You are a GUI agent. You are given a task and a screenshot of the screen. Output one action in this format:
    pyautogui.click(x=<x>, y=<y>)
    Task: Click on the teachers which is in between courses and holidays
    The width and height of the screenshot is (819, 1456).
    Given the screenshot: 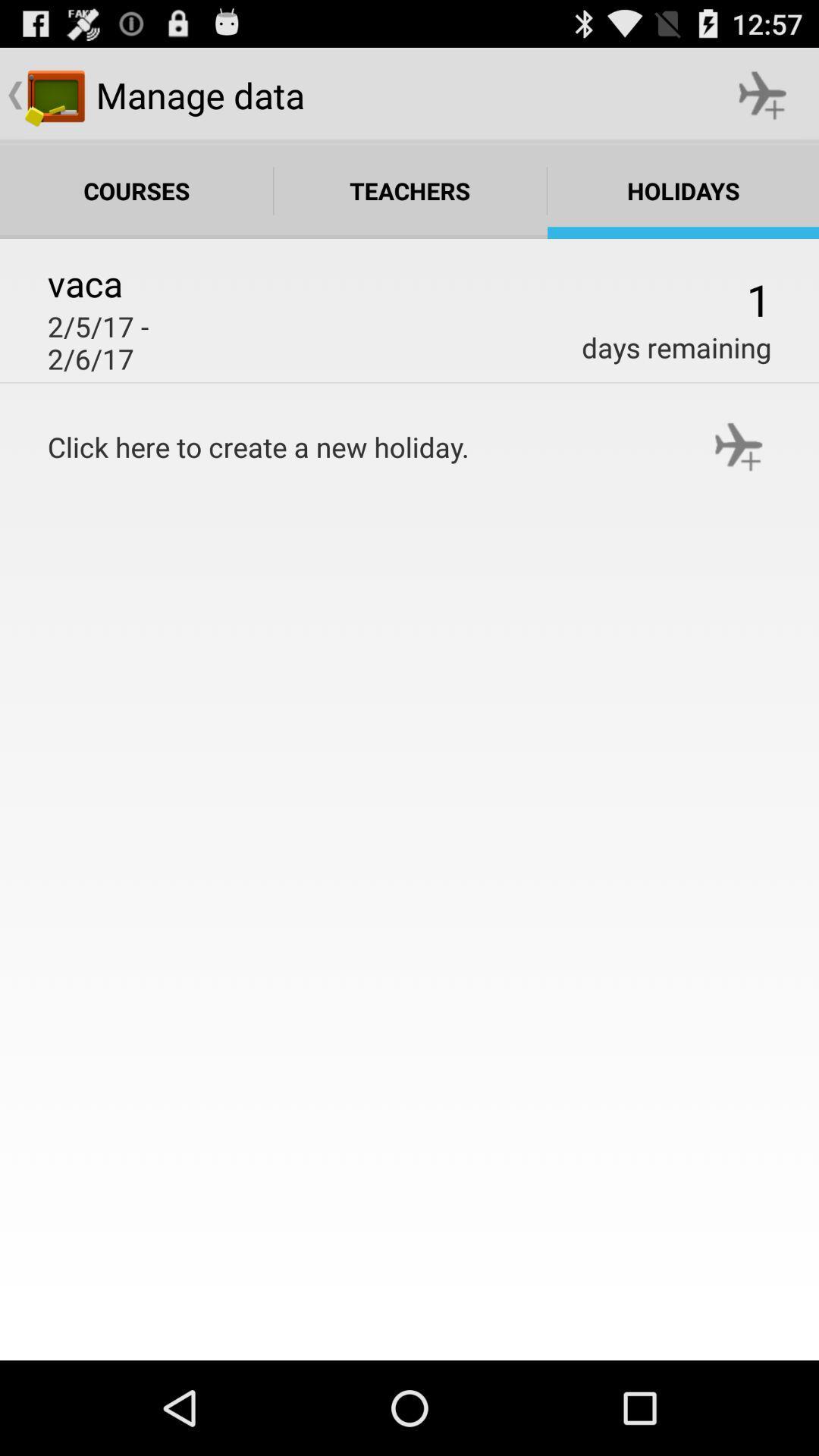 What is the action you would take?
    pyautogui.click(x=410, y=190)
    